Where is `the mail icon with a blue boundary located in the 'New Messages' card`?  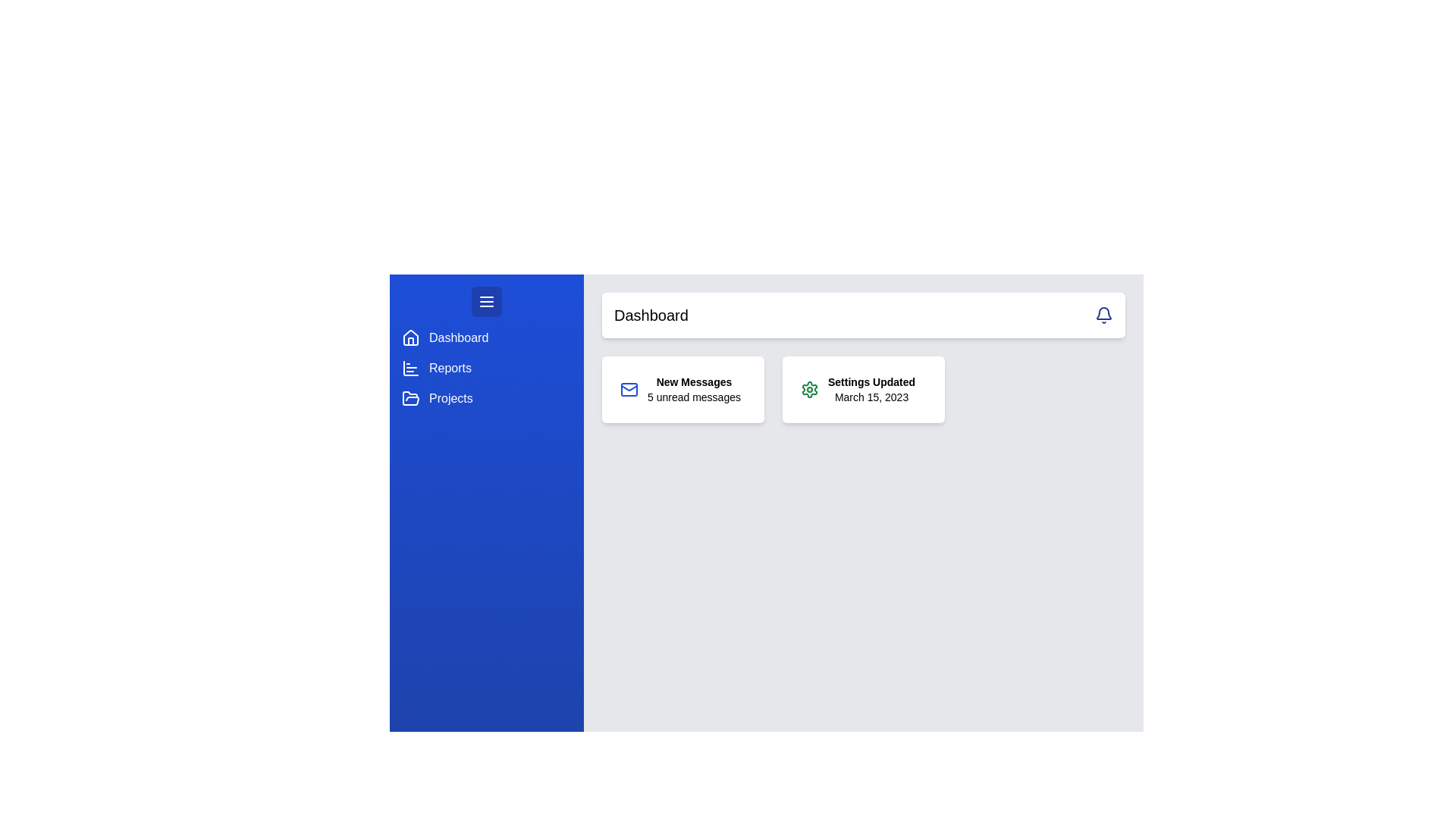
the mail icon with a blue boundary located in the 'New Messages' card is located at coordinates (629, 388).